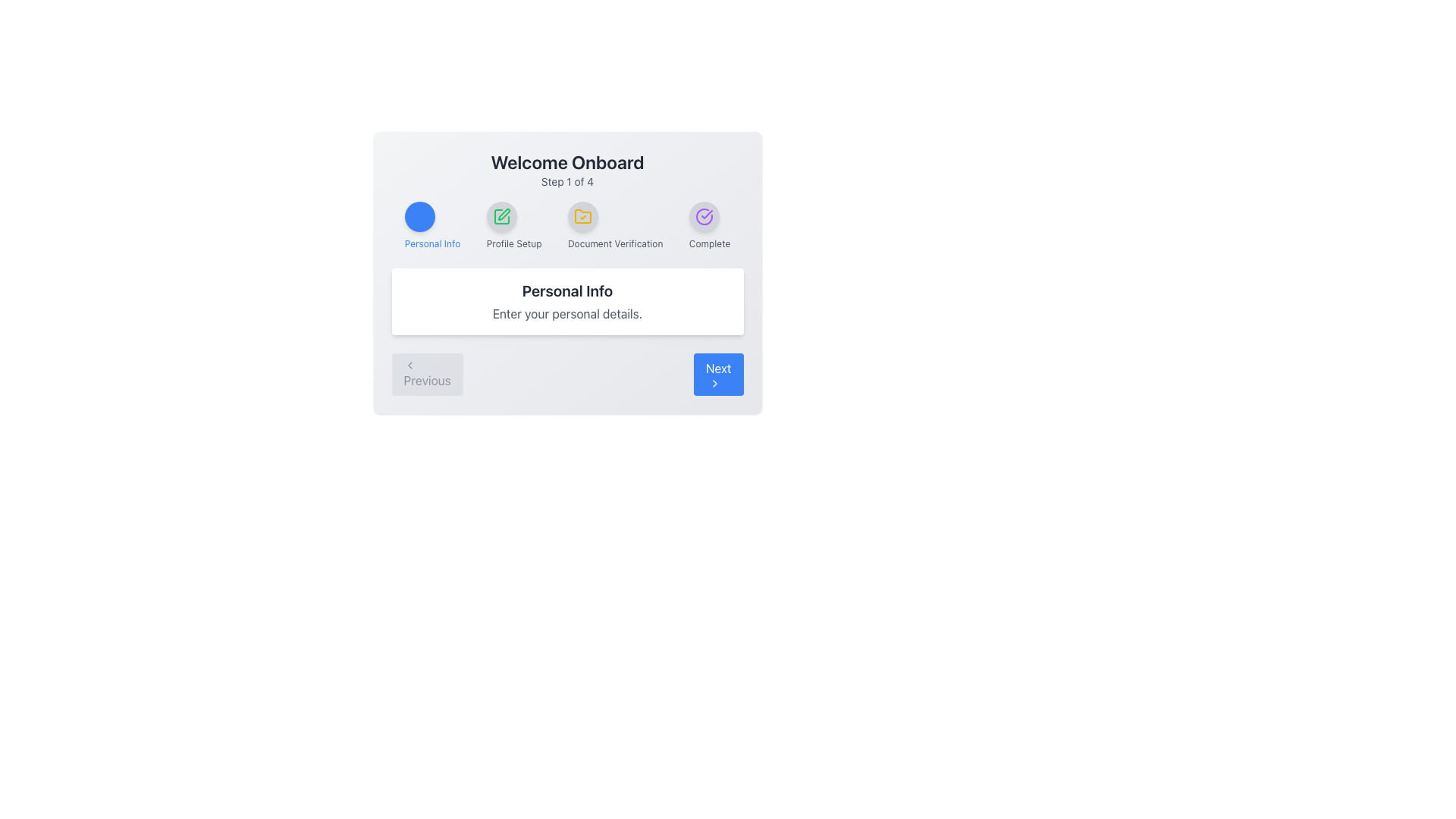 This screenshot has width=1456, height=819. I want to click on the appearance of the 'Complete' button in the navigation area of the onboarding interface, which indicates a completed action, so click(703, 216).